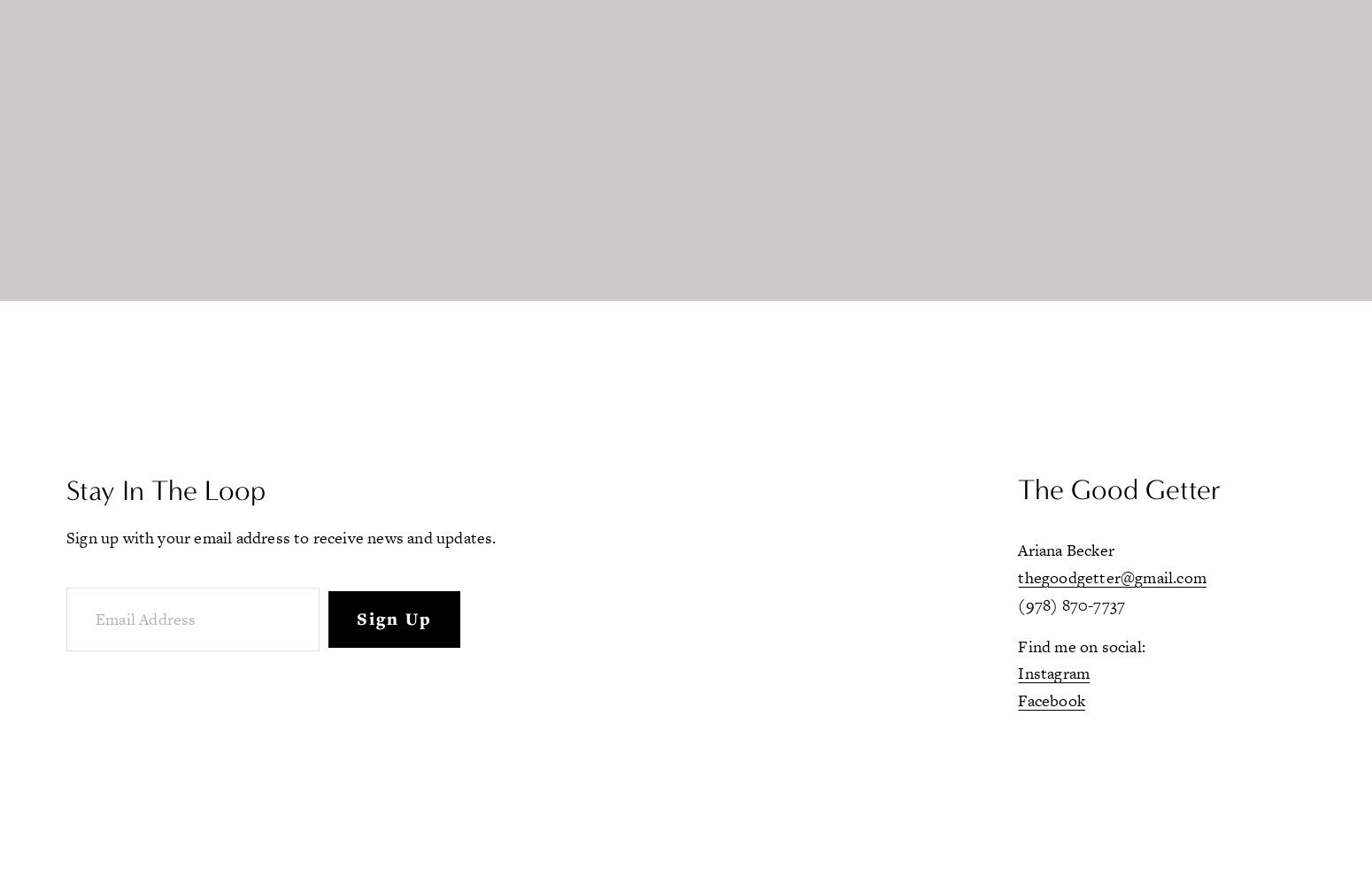 The width and height of the screenshot is (1372, 885). Describe the element at coordinates (1053, 673) in the screenshot. I see `'Instagram'` at that location.